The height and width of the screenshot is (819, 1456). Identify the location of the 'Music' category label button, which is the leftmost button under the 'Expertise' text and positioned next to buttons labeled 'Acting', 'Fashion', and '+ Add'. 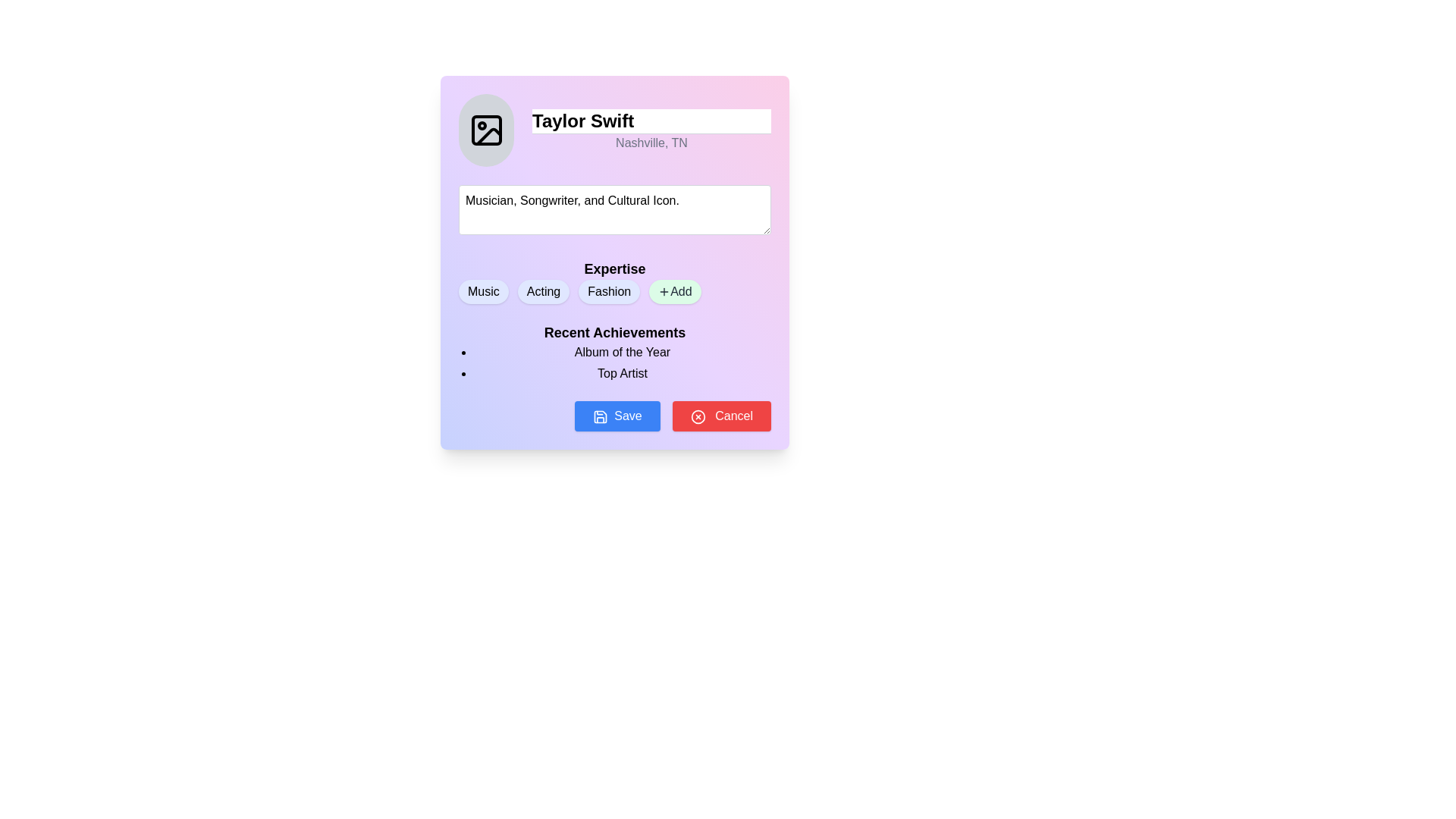
(482, 292).